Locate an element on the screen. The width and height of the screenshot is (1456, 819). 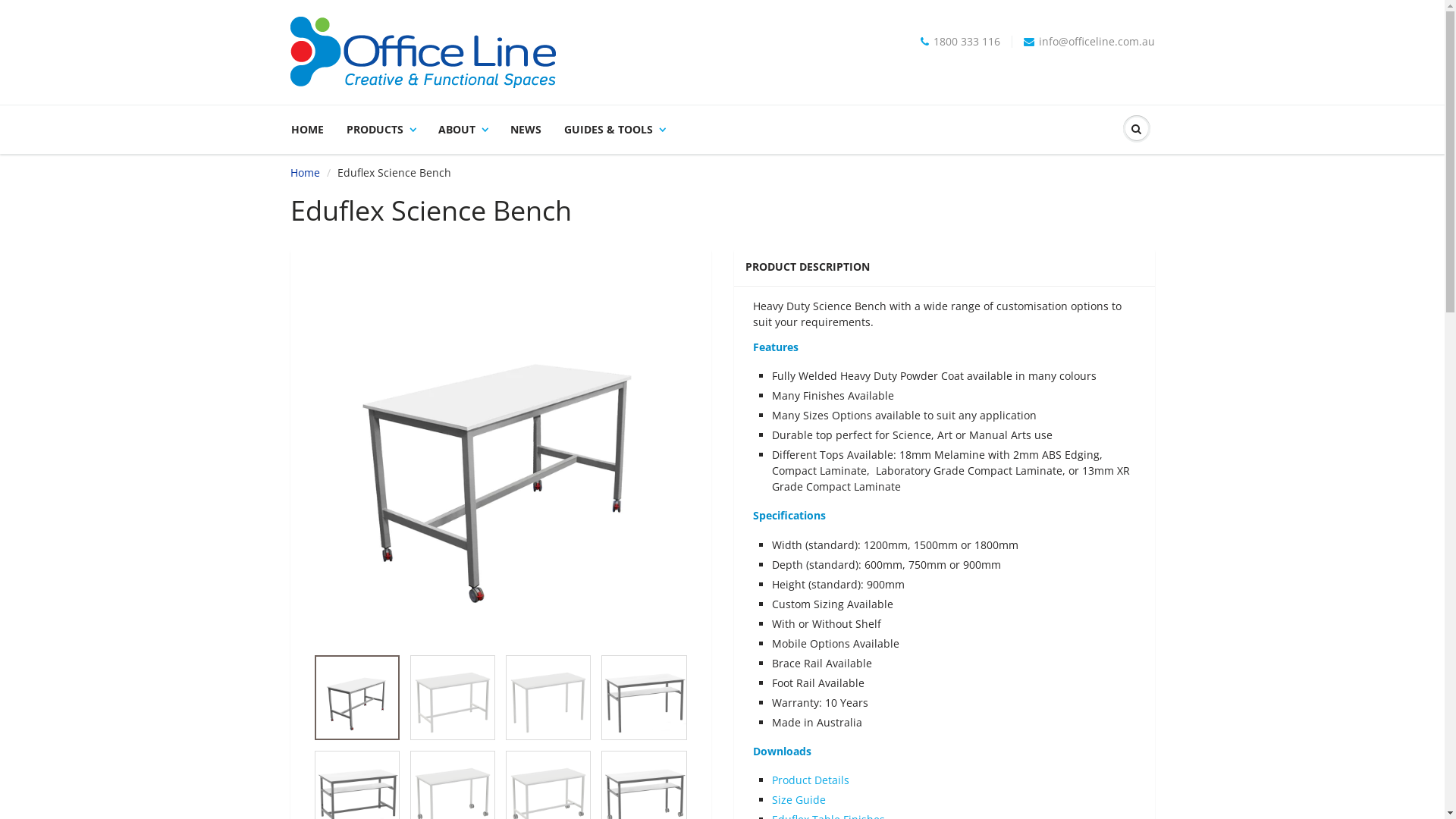
'NEWS' is located at coordinates (526, 128).